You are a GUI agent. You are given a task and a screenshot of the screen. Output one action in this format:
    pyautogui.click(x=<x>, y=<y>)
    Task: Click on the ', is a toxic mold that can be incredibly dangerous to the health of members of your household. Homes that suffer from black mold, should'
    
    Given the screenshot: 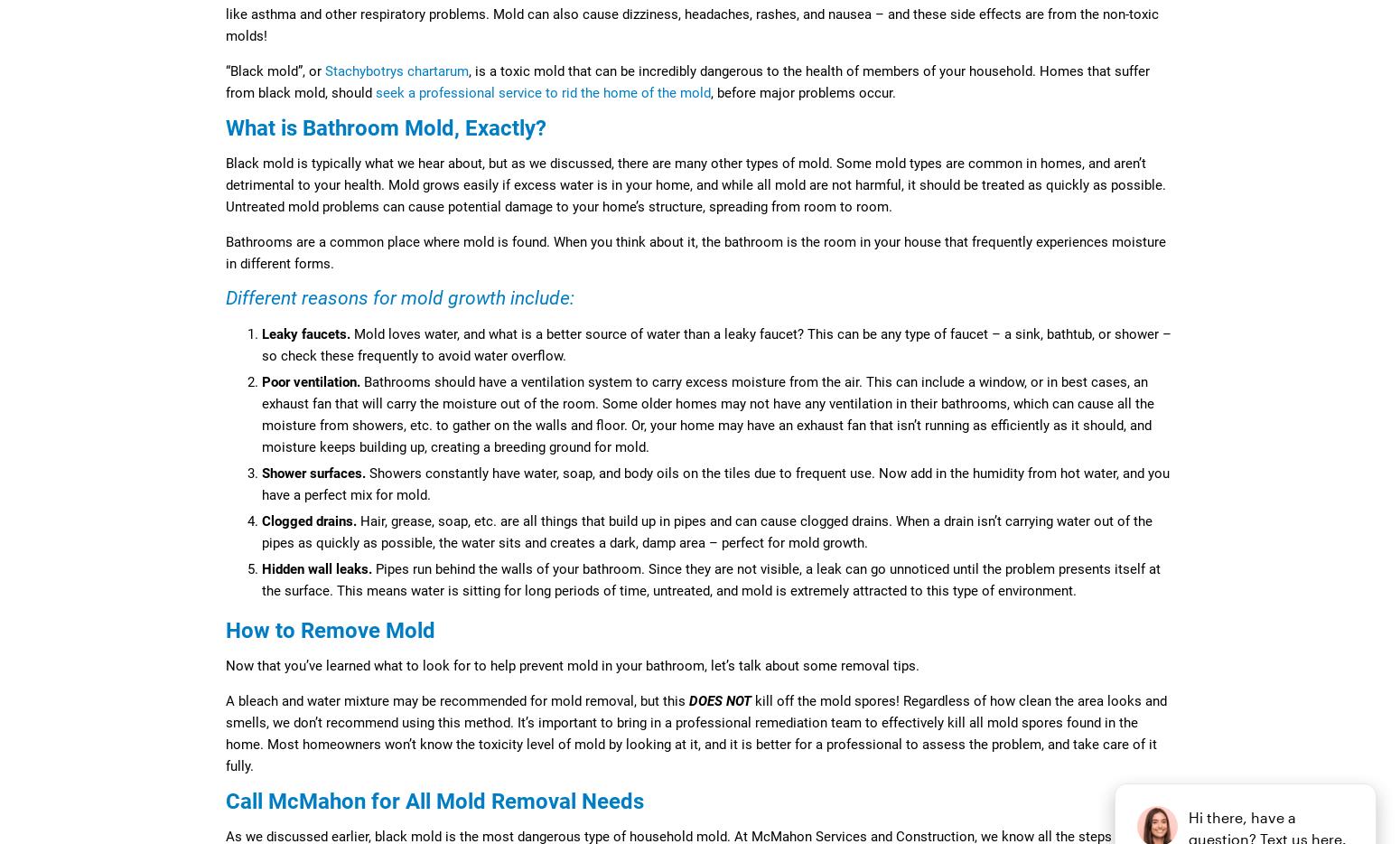 What is the action you would take?
    pyautogui.click(x=687, y=81)
    